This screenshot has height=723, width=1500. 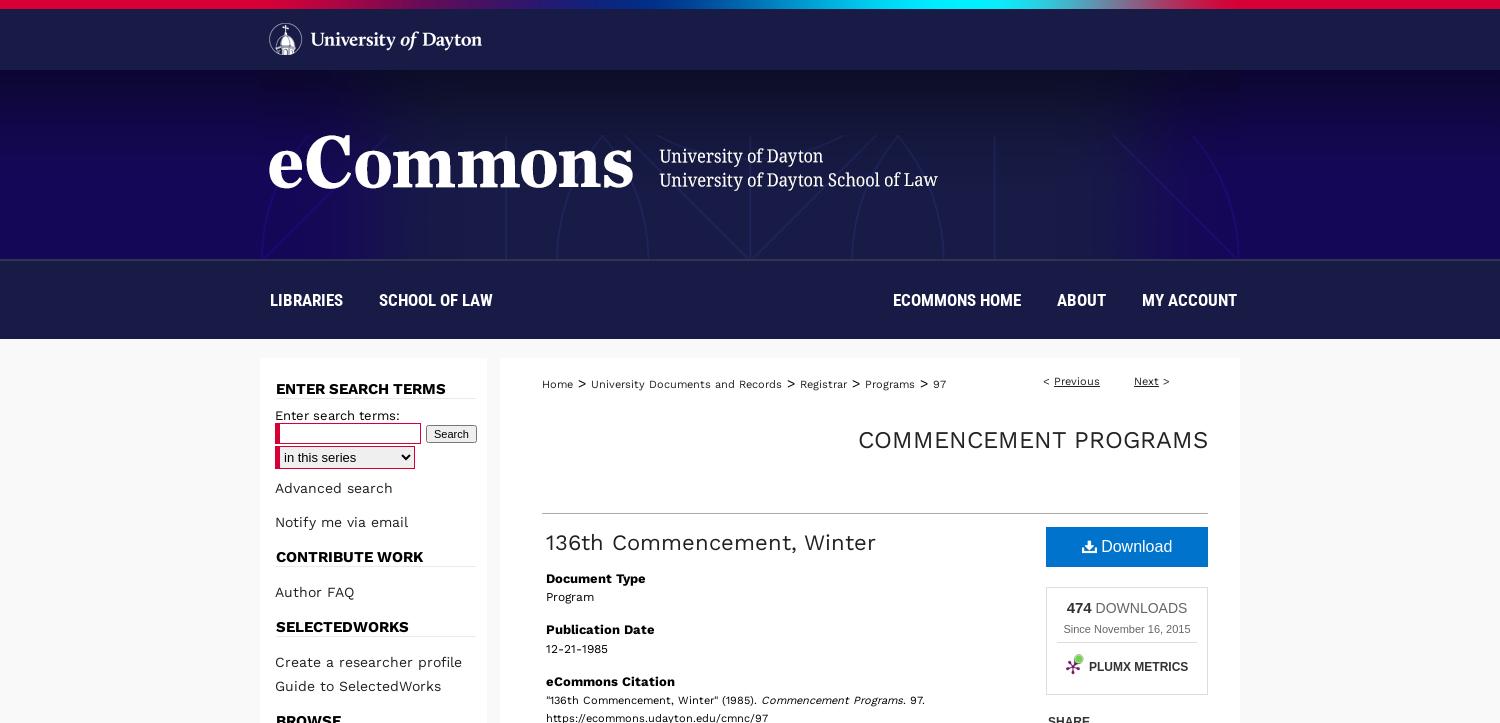 I want to click on 'Advanced search', so click(x=333, y=488).